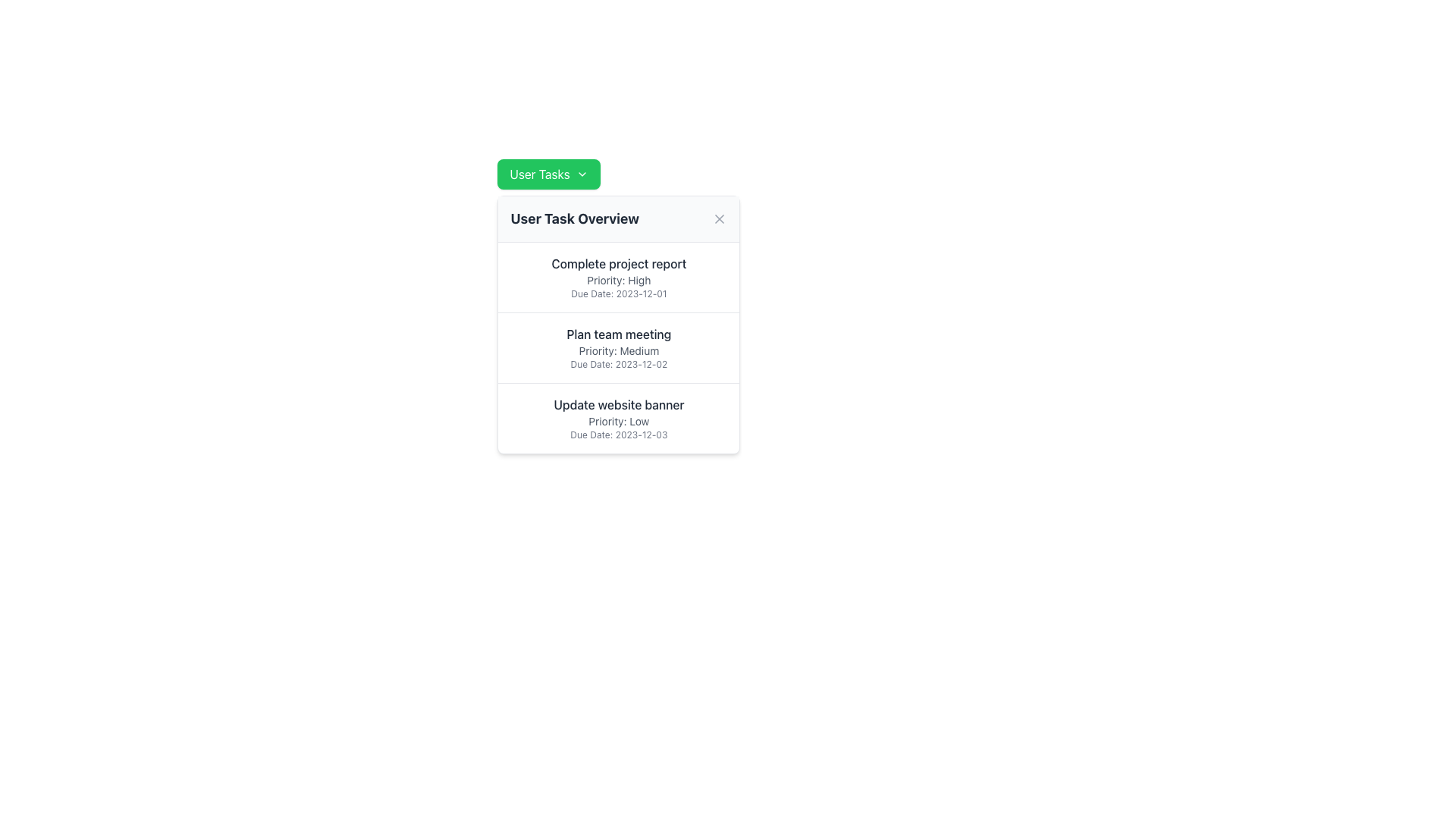  Describe the element at coordinates (619, 294) in the screenshot. I see `text label displaying 'Due Date: 2023-12-01', which is positioned below 'Priority: High' in the task list` at that location.